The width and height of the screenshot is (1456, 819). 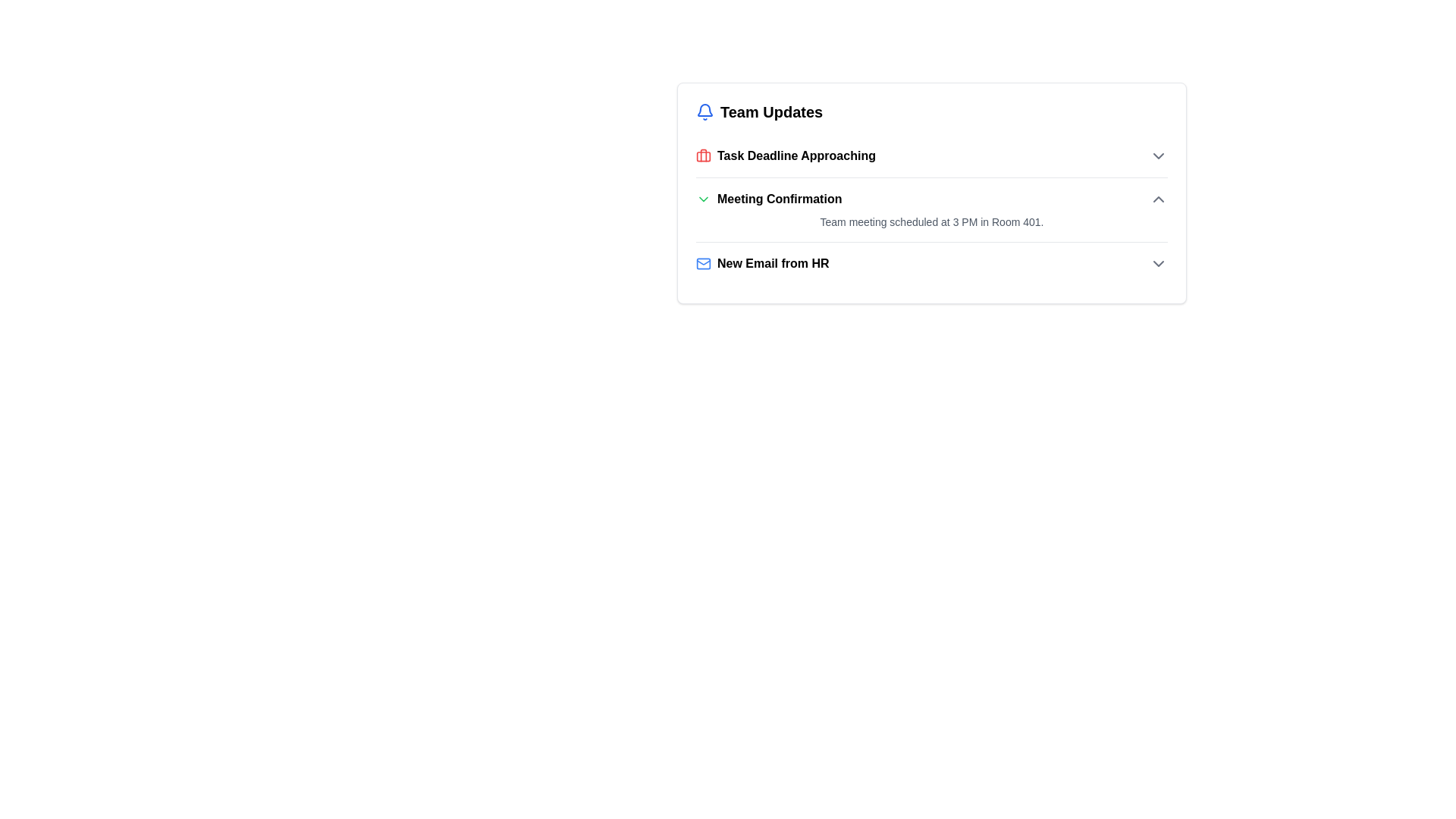 I want to click on the small blue envelope icon representing an email notification, which is located to the left of the text 'New Email from HR' in the notification list under 'Team Updates', so click(x=702, y=262).